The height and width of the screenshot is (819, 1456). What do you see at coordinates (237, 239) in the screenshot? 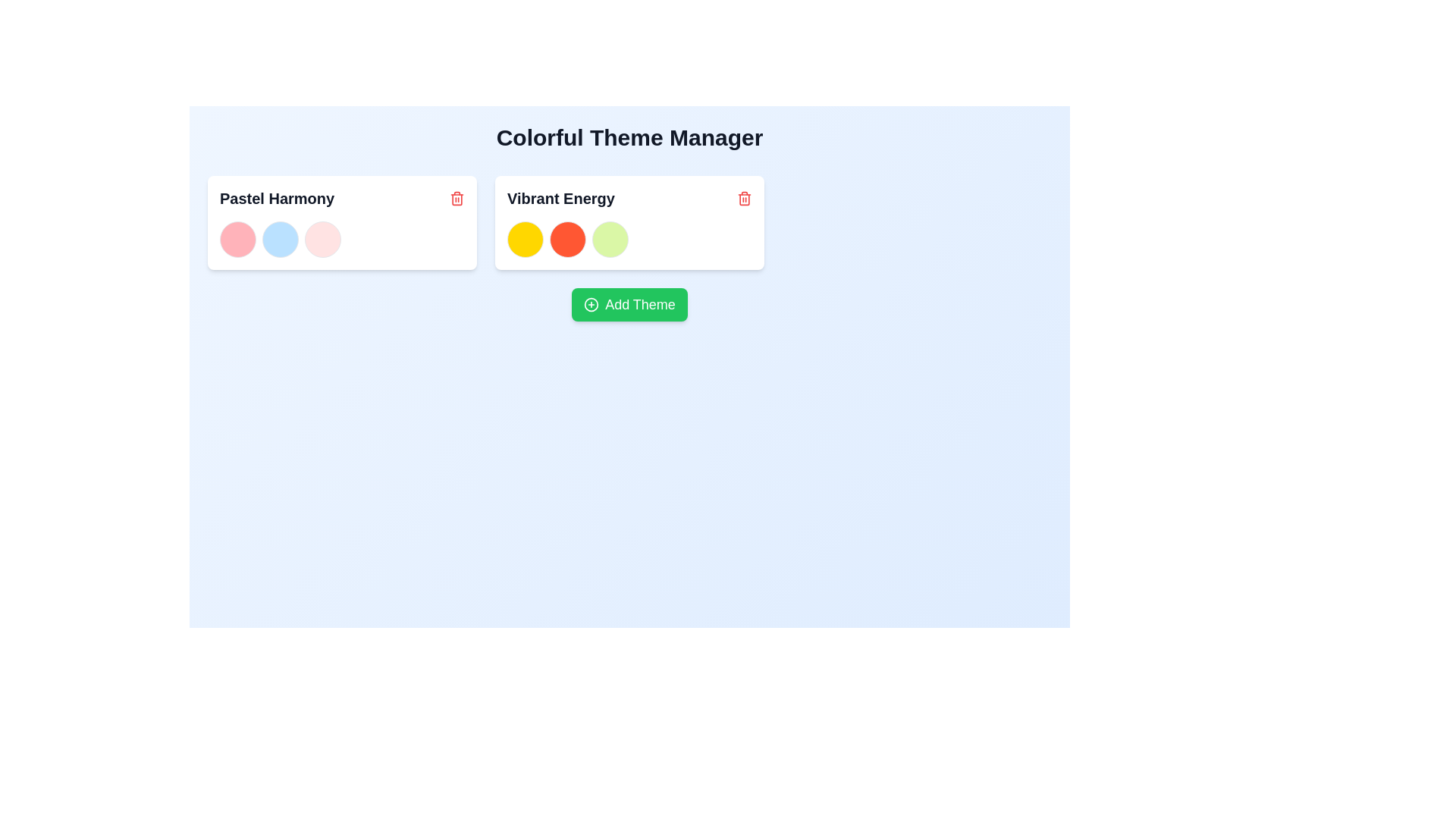
I see `the first circular component with a pastel pink background and a border, located within the 'Pastel Harmony' card on the left section of the interface` at bounding box center [237, 239].